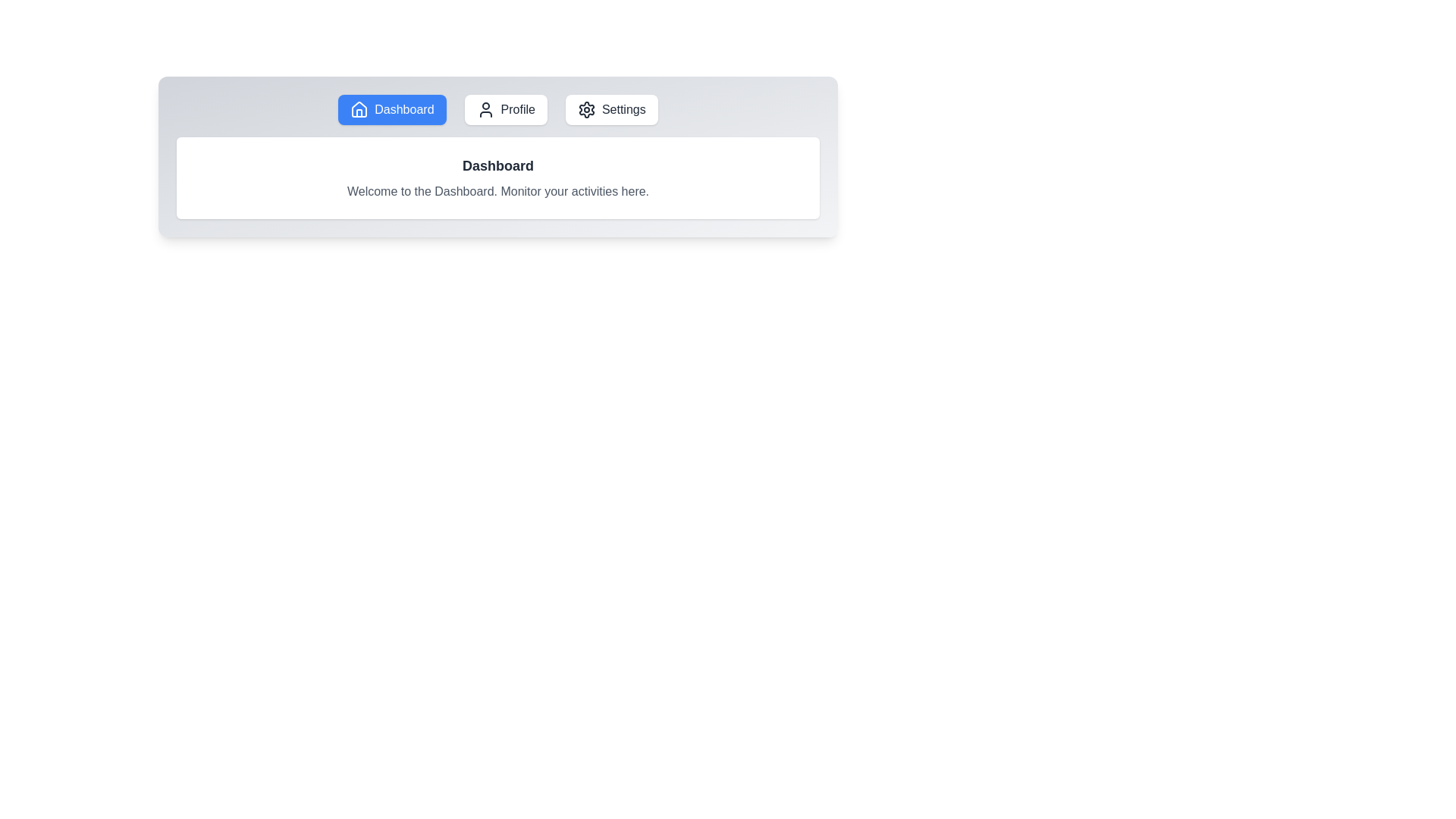 The width and height of the screenshot is (1456, 819). What do you see at coordinates (392, 109) in the screenshot?
I see `the active tab labeled 'Dashboard' to refresh its content` at bounding box center [392, 109].